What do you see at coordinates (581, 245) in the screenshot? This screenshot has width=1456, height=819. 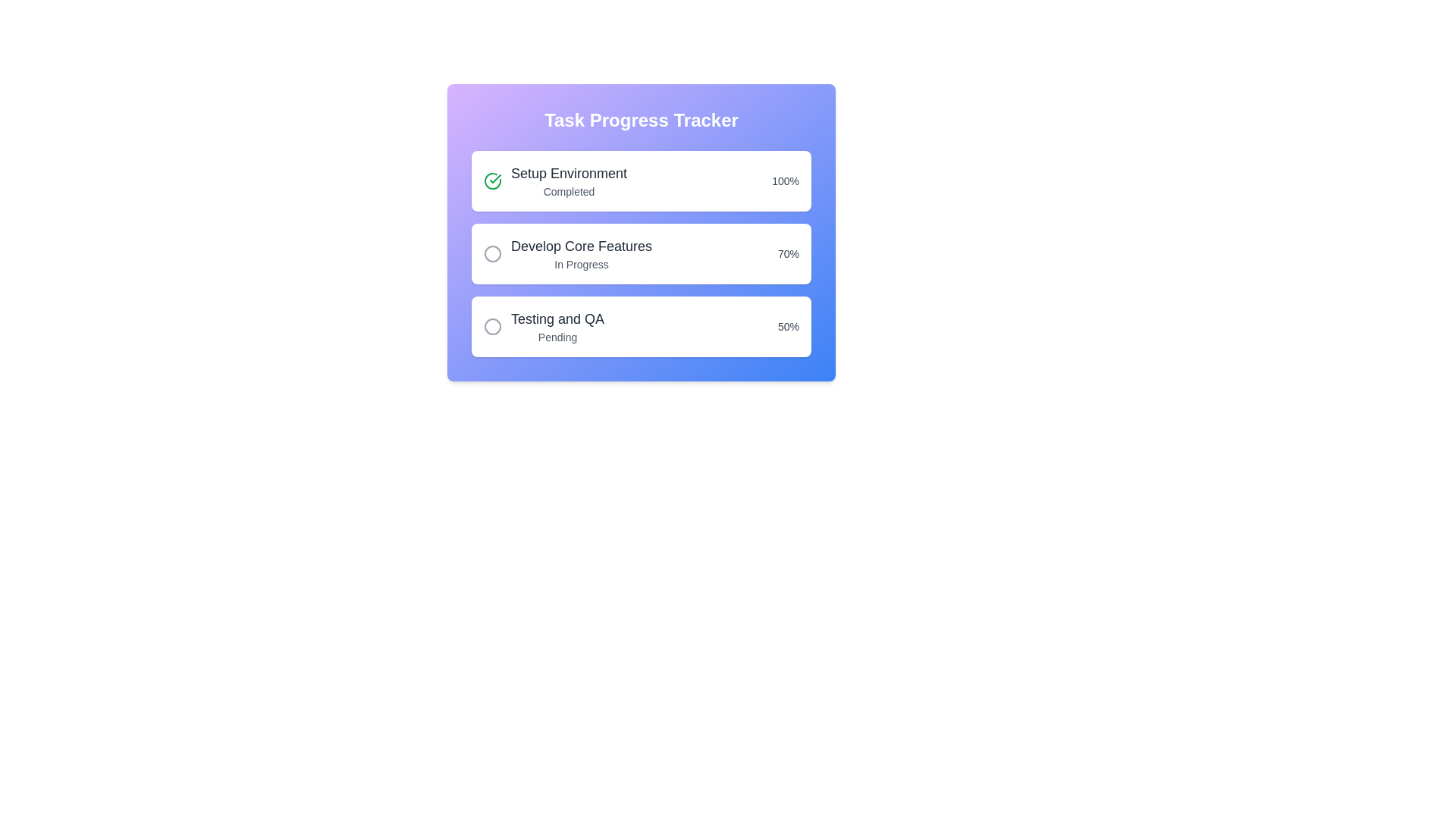 I see `text content of the title label located in the second card of the task progress tracker, positioned above the 'In Progress' text and to the right of the circular icon placeholder` at bounding box center [581, 245].